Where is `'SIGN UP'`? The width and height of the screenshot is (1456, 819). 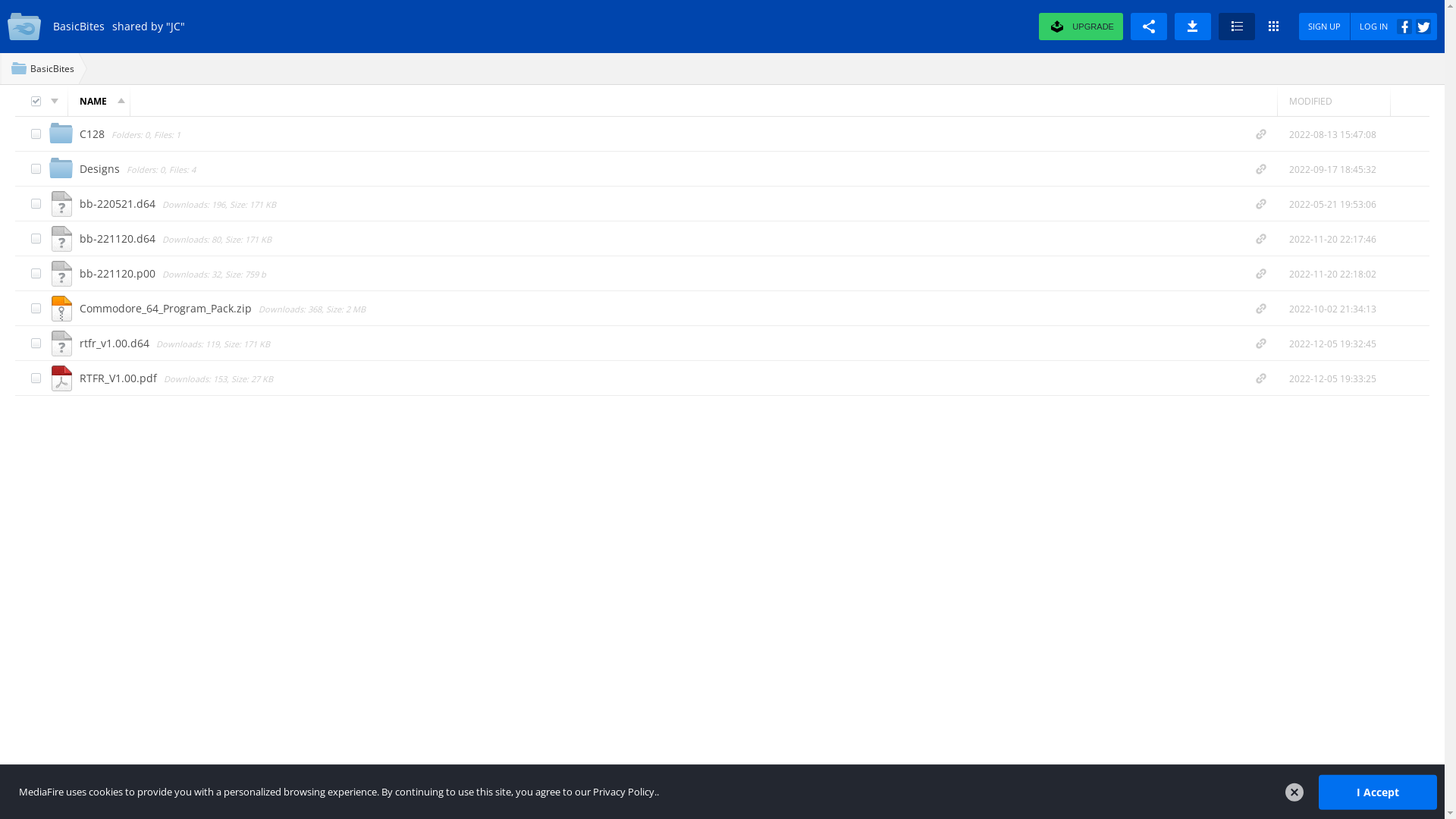
'SIGN UP' is located at coordinates (1324, 26).